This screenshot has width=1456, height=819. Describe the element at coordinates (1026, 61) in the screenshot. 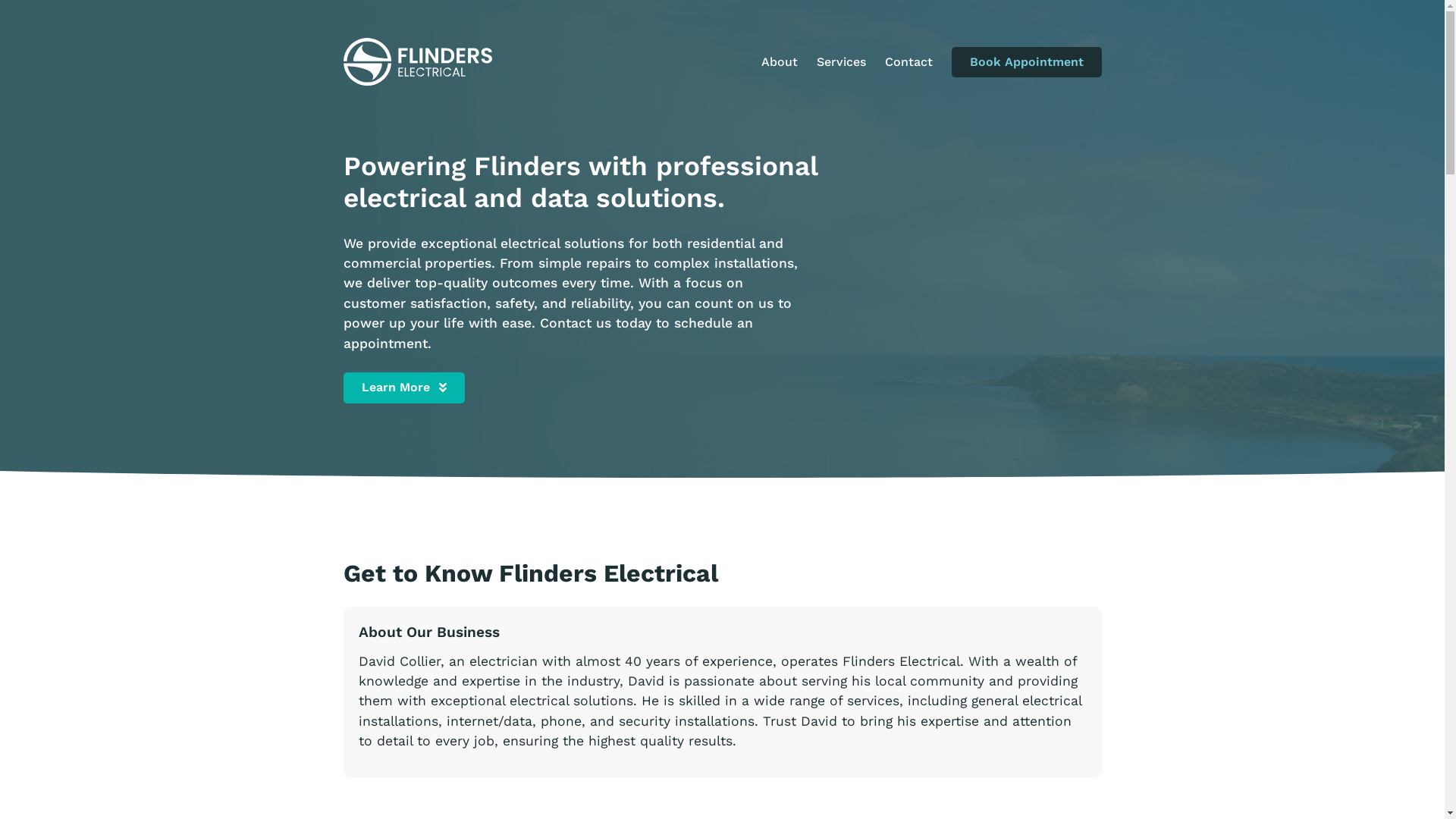

I see `'Book Appointment'` at that location.